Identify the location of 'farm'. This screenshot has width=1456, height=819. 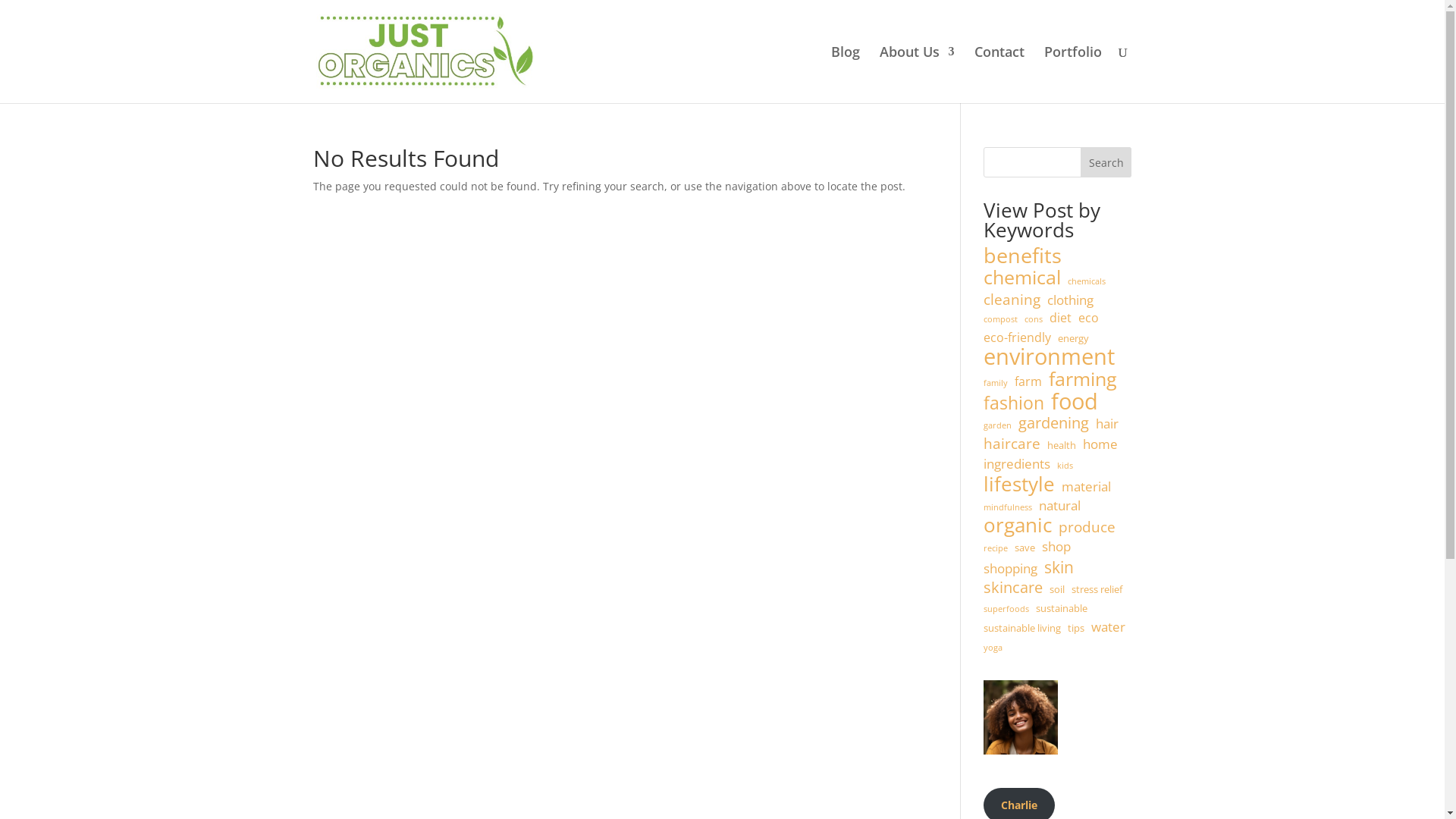
(1028, 381).